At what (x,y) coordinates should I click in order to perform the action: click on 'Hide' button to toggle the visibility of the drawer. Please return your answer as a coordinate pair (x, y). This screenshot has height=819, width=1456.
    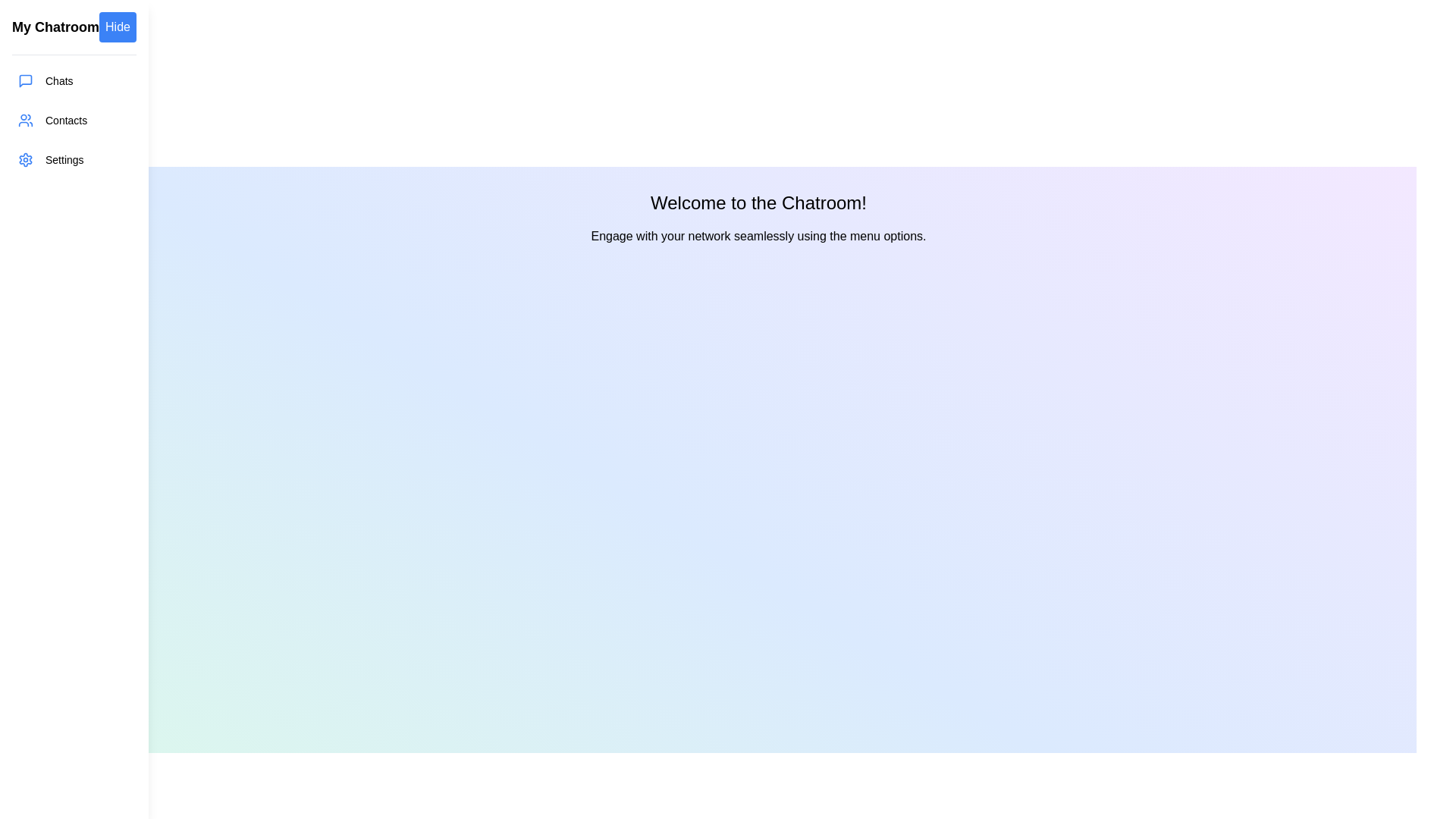
    Looking at the image, I should click on (117, 27).